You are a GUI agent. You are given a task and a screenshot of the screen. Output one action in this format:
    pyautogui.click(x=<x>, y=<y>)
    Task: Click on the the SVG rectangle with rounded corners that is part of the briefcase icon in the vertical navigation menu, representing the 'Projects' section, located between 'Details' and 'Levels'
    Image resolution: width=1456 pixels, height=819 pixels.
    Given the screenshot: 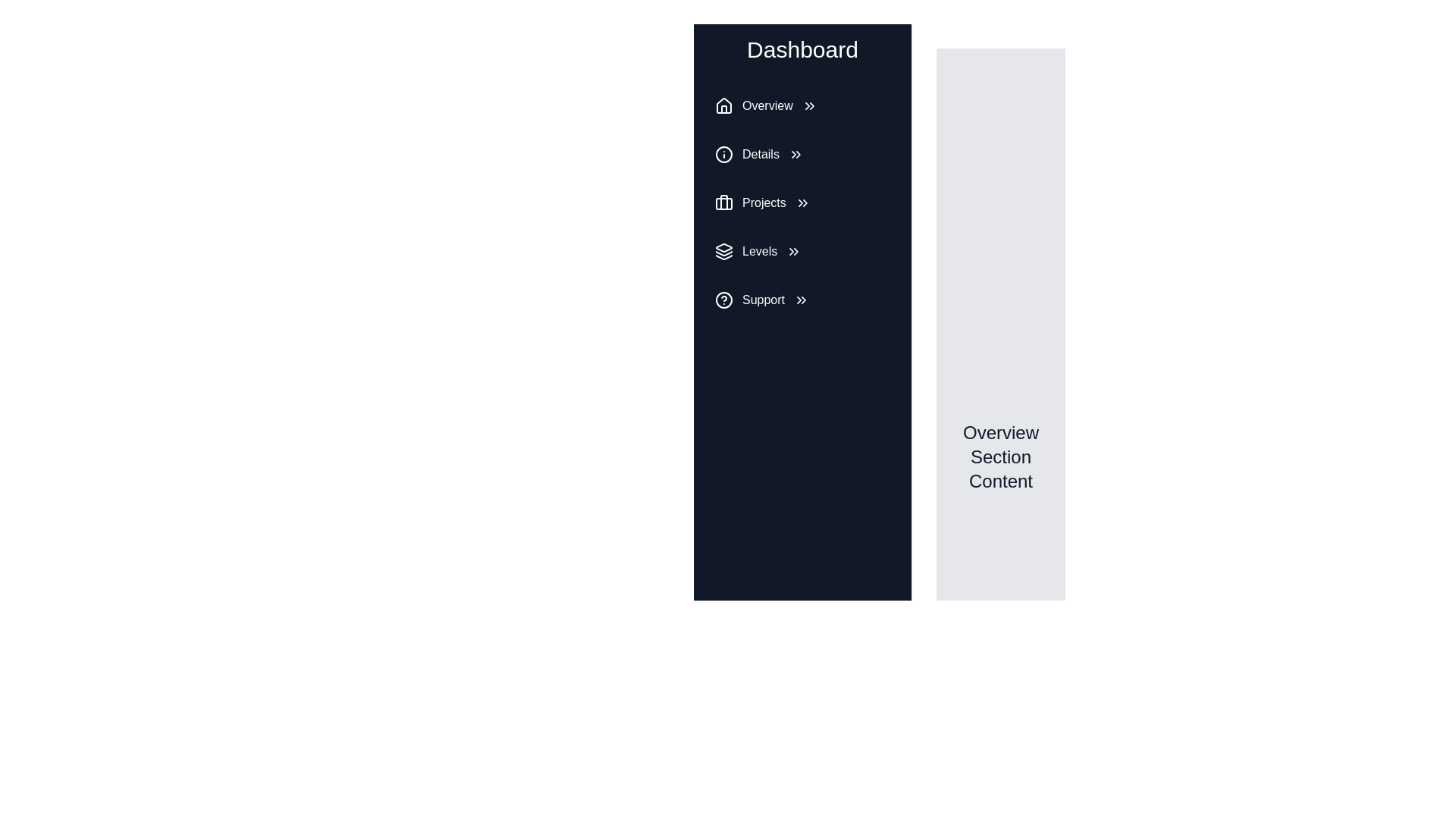 What is the action you would take?
    pyautogui.click(x=723, y=203)
    